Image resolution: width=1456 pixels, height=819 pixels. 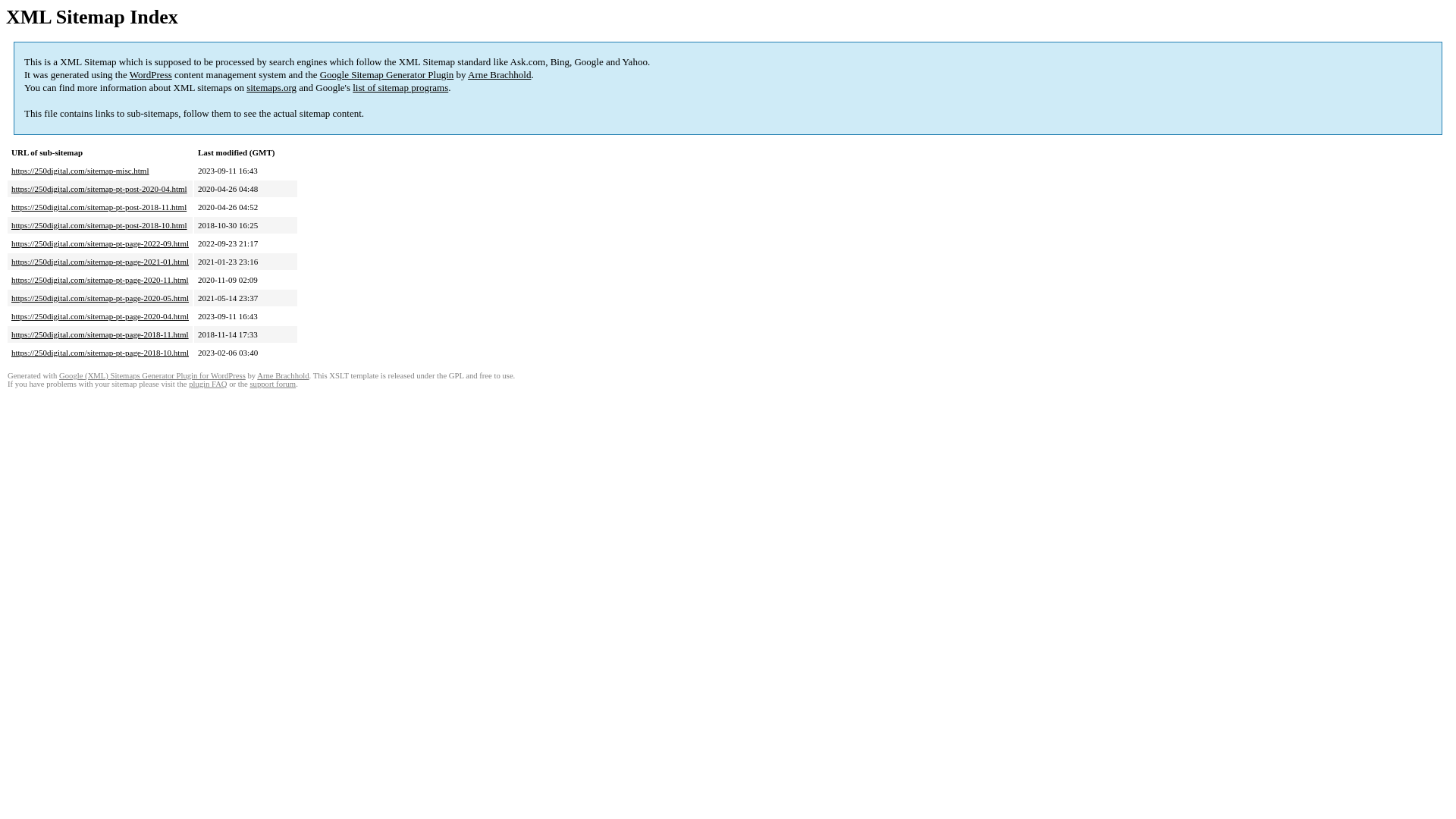 What do you see at coordinates (99, 353) in the screenshot?
I see `'https://250digital.com/sitemap-pt-page-2018-10.html'` at bounding box center [99, 353].